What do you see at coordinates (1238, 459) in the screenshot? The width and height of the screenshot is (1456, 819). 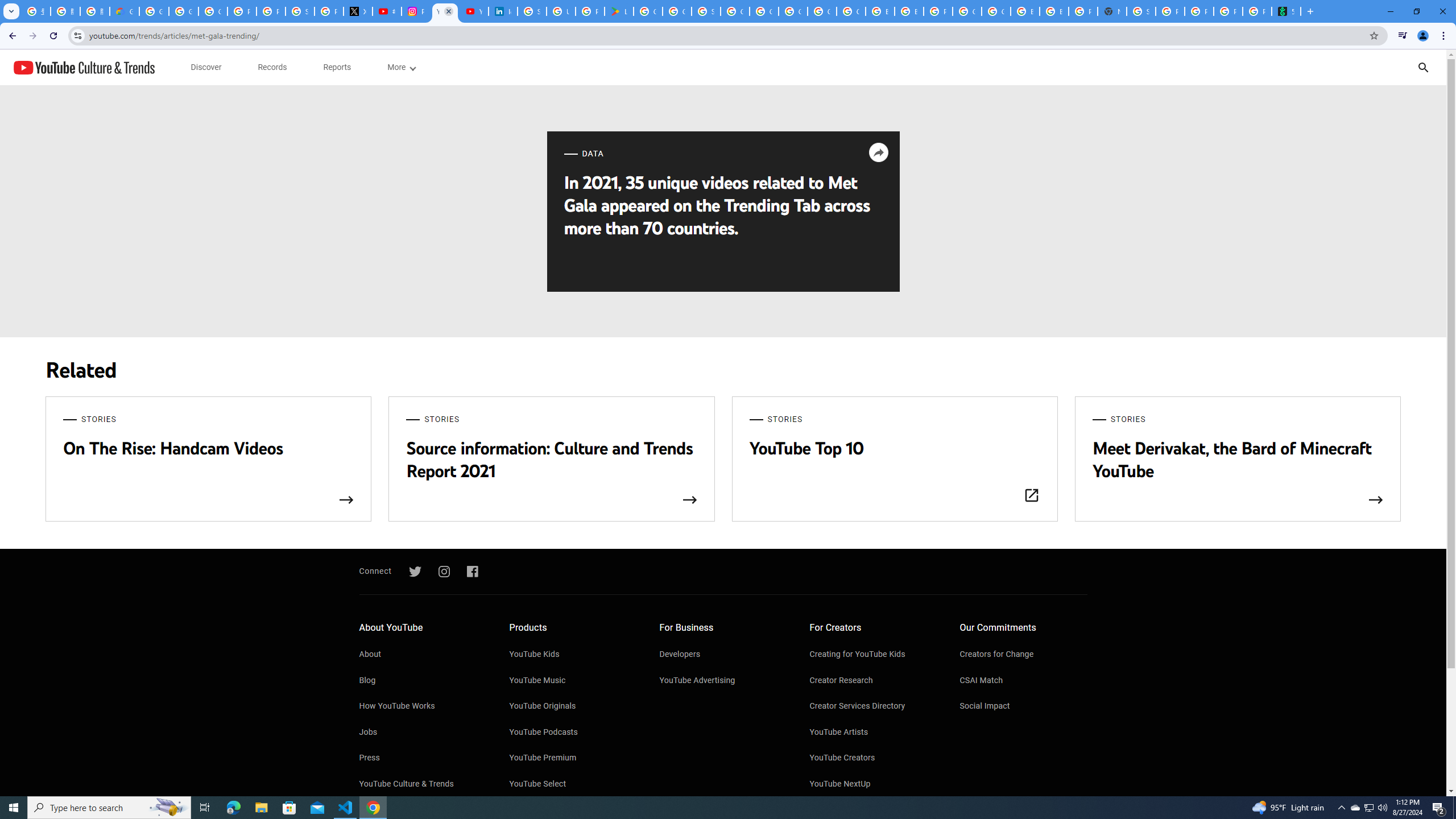 I see `'STORIES Meet Derivakat, the Bard of Minecraft YouTube'` at bounding box center [1238, 459].